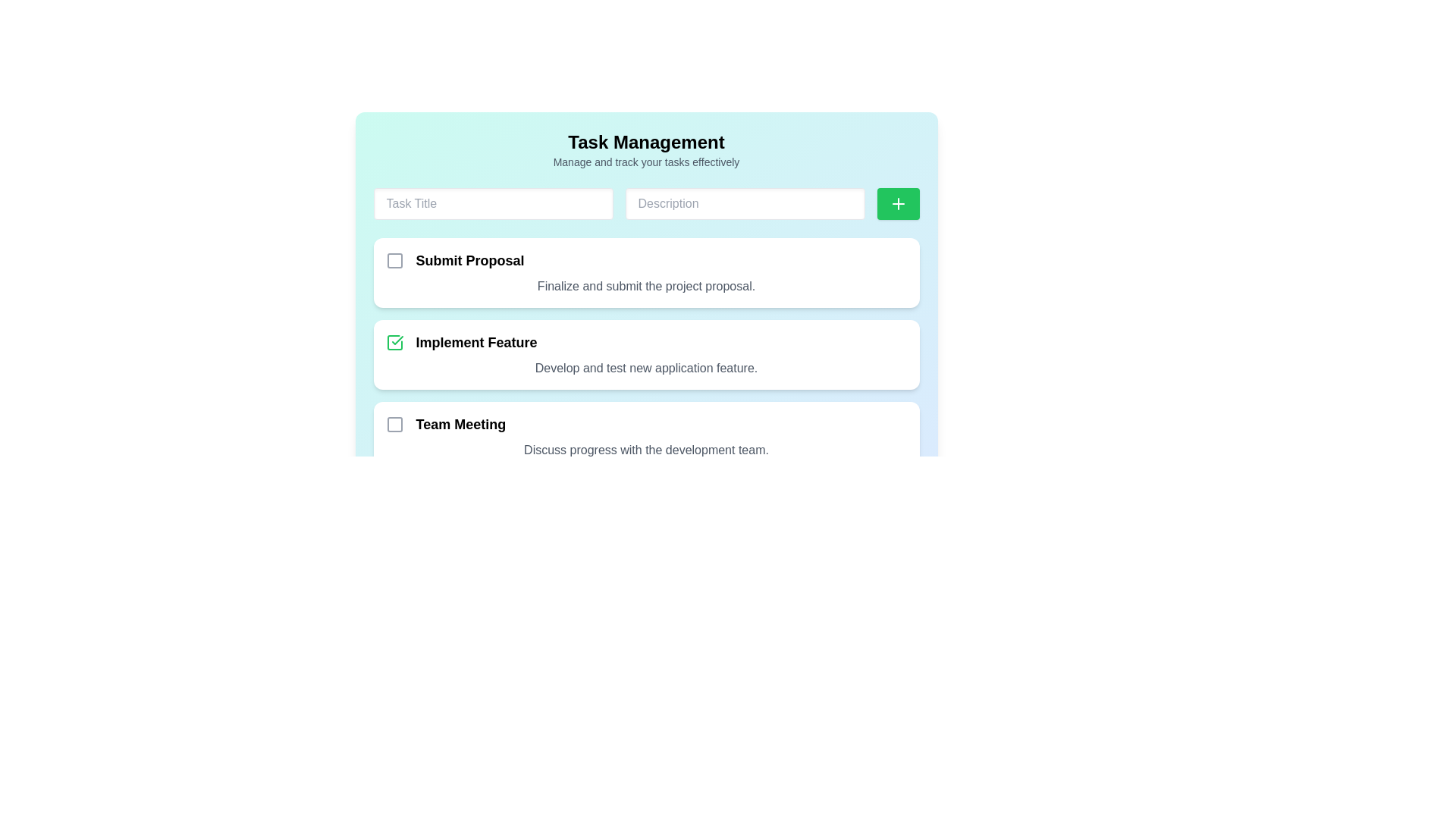 This screenshot has width=1456, height=819. I want to click on the third task card in the vertical task list, so click(646, 436).